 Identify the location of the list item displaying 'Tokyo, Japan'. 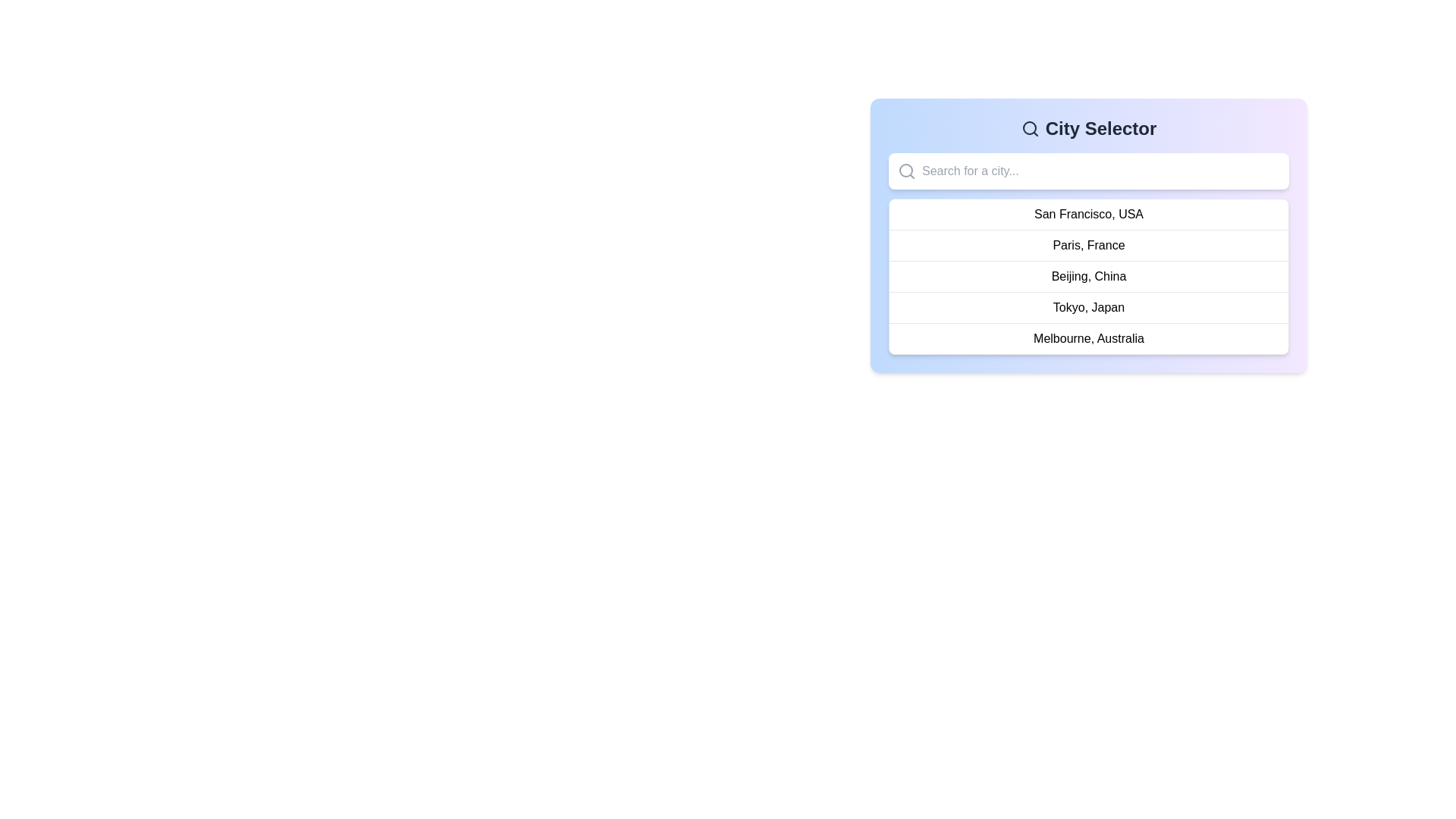
(1087, 307).